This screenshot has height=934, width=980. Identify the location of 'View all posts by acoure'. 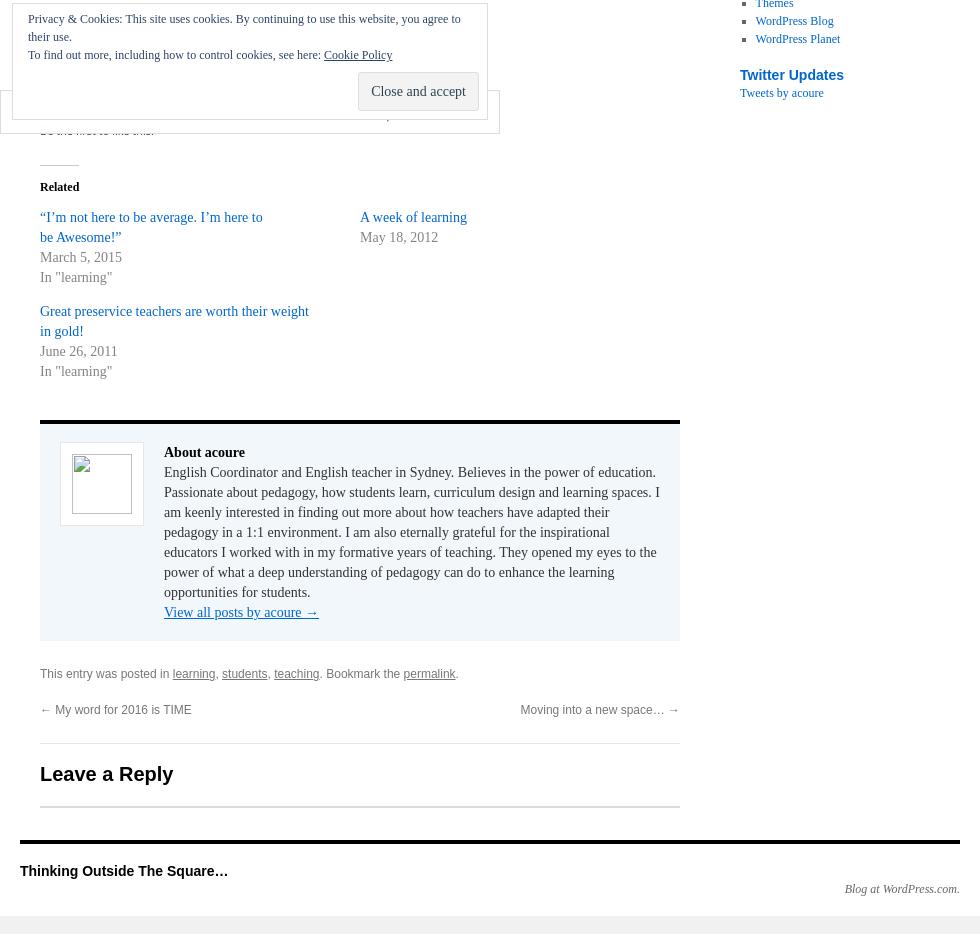
(234, 612).